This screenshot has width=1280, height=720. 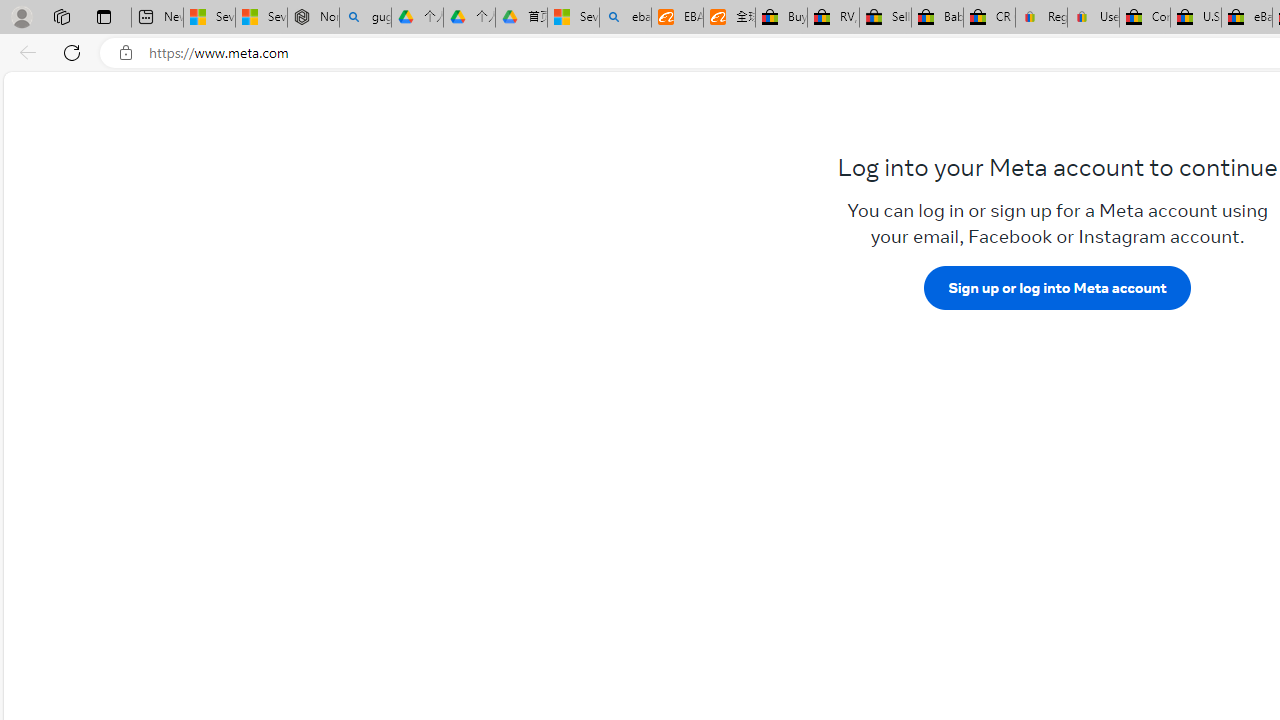 I want to click on 'Register: Create a personal eBay account', so click(x=1040, y=17).